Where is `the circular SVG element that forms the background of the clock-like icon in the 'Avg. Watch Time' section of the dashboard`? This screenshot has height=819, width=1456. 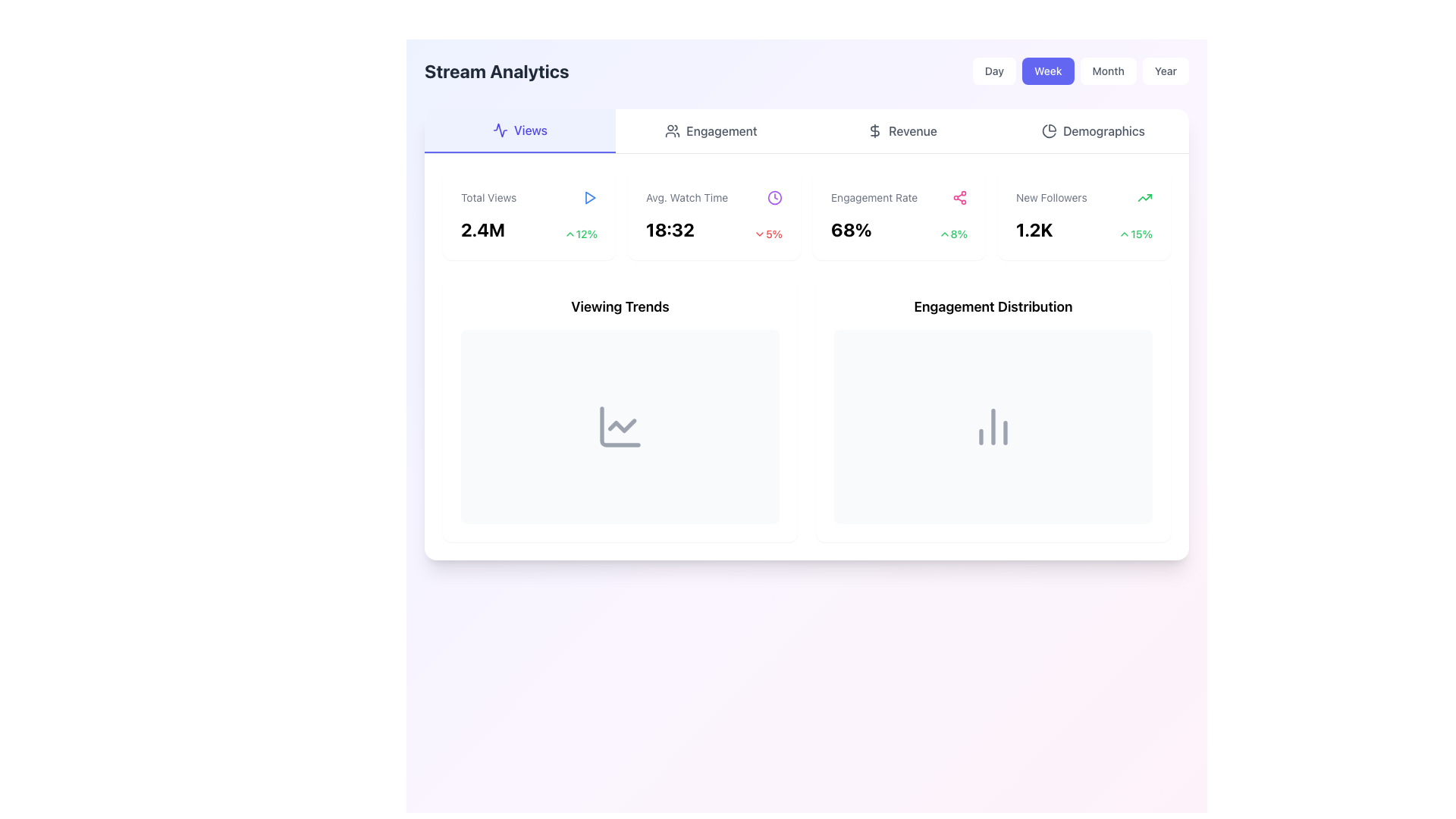 the circular SVG element that forms the background of the clock-like icon in the 'Avg. Watch Time' section of the dashboard is located at coordinates (775, 197).